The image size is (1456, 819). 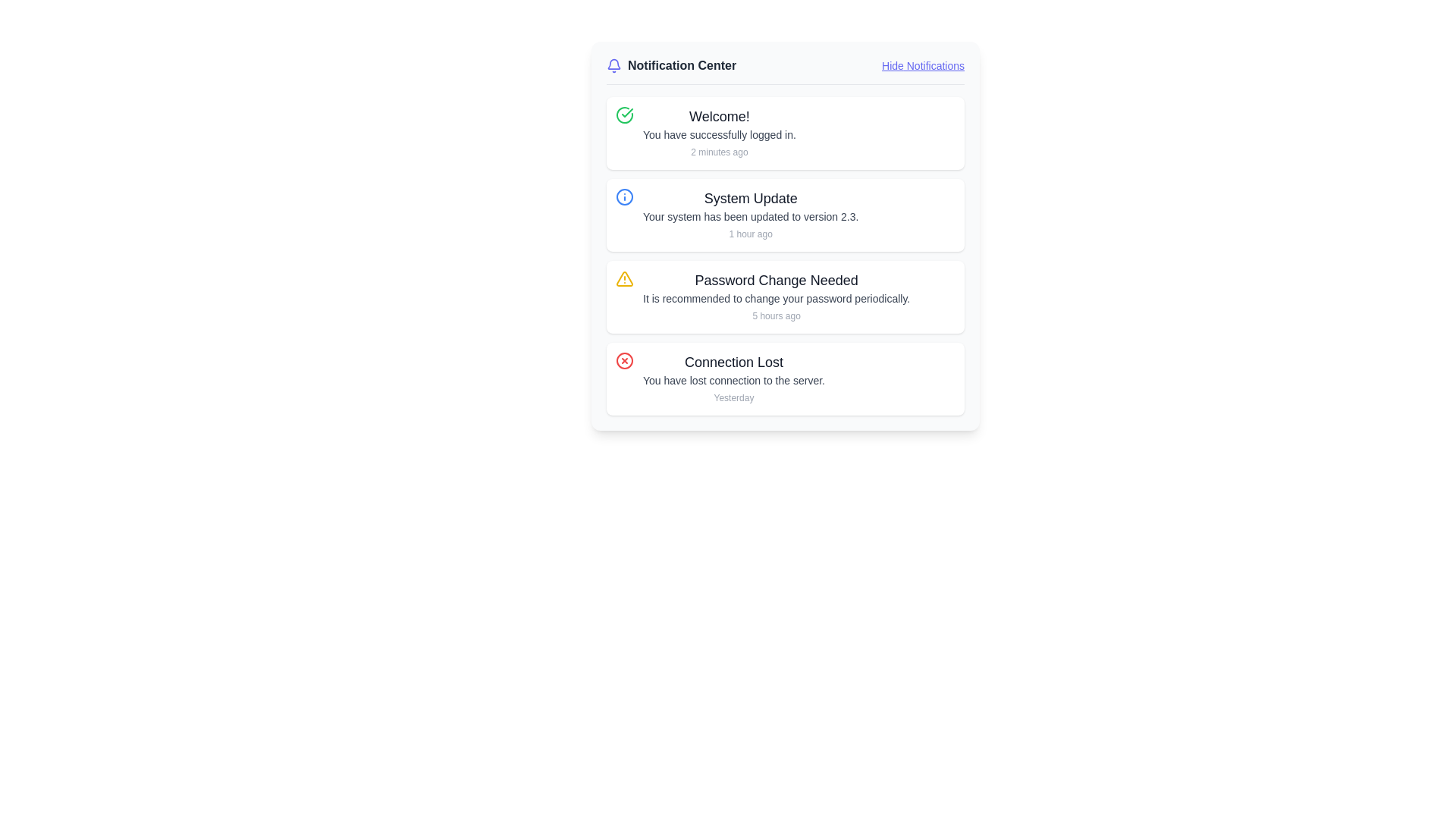 I want to click on displayed text '2 minutes ago' from the Text Label, which is styled in a small, gray font and located beneath the welcome message in the notification card, so click(x=718, y=152).